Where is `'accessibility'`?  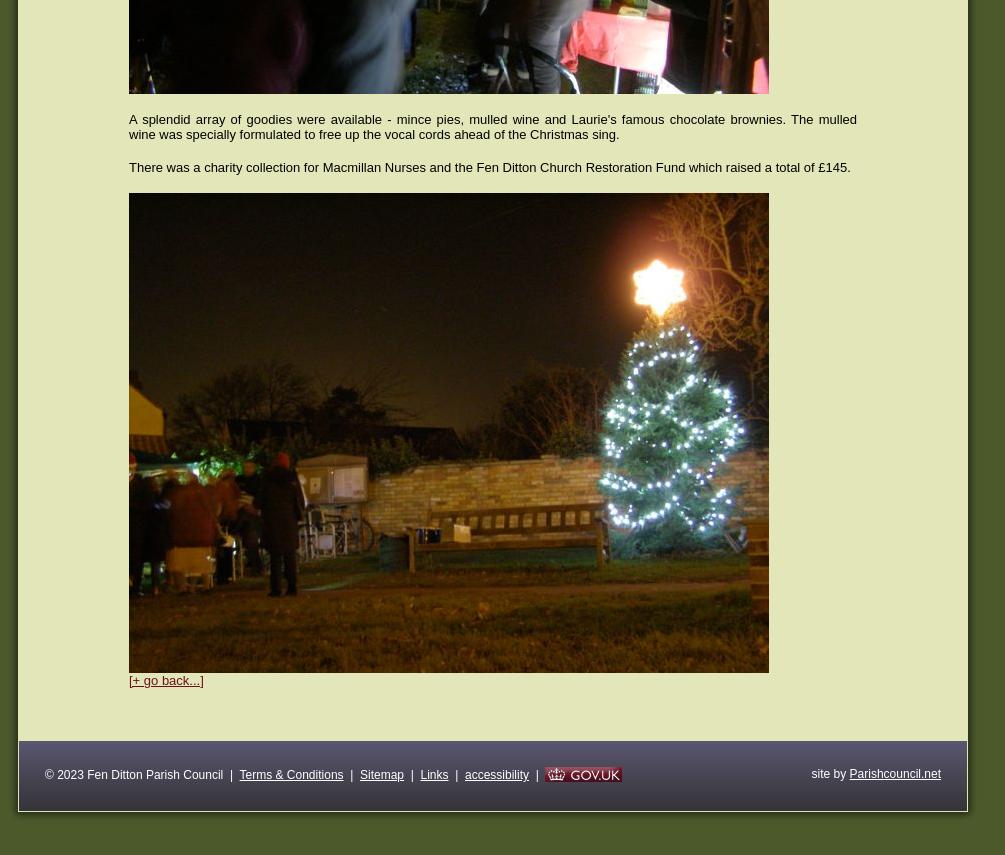 'accessibility' is located at coordinates (496, 773).